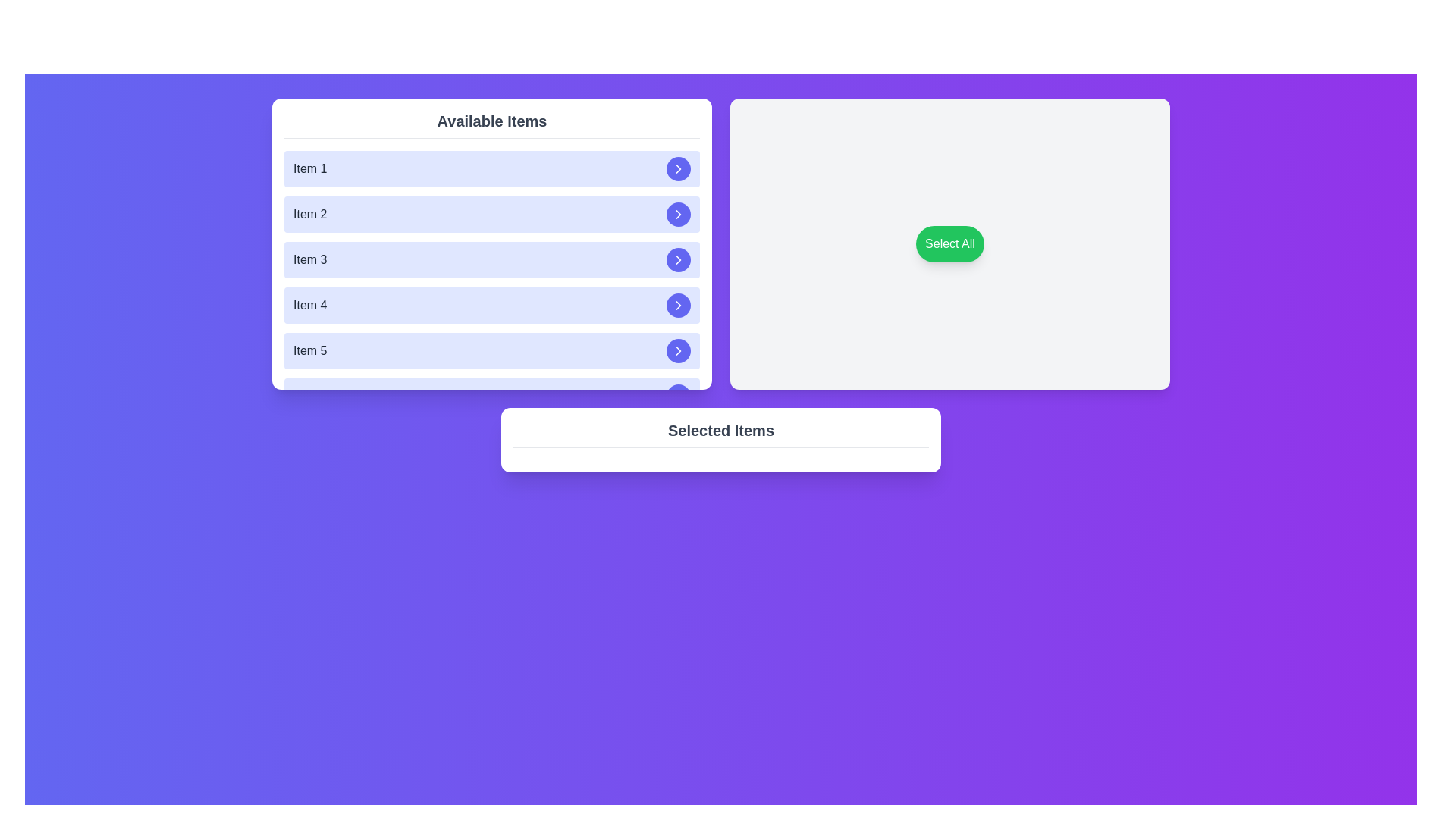 This screenshot has height=819, width=1456. What do you see at coordinates (677, 259) in the screenshot?
I see `the button located on the rightmost section of the 'Item 3' rectangle` at bounding box center [677, 259].